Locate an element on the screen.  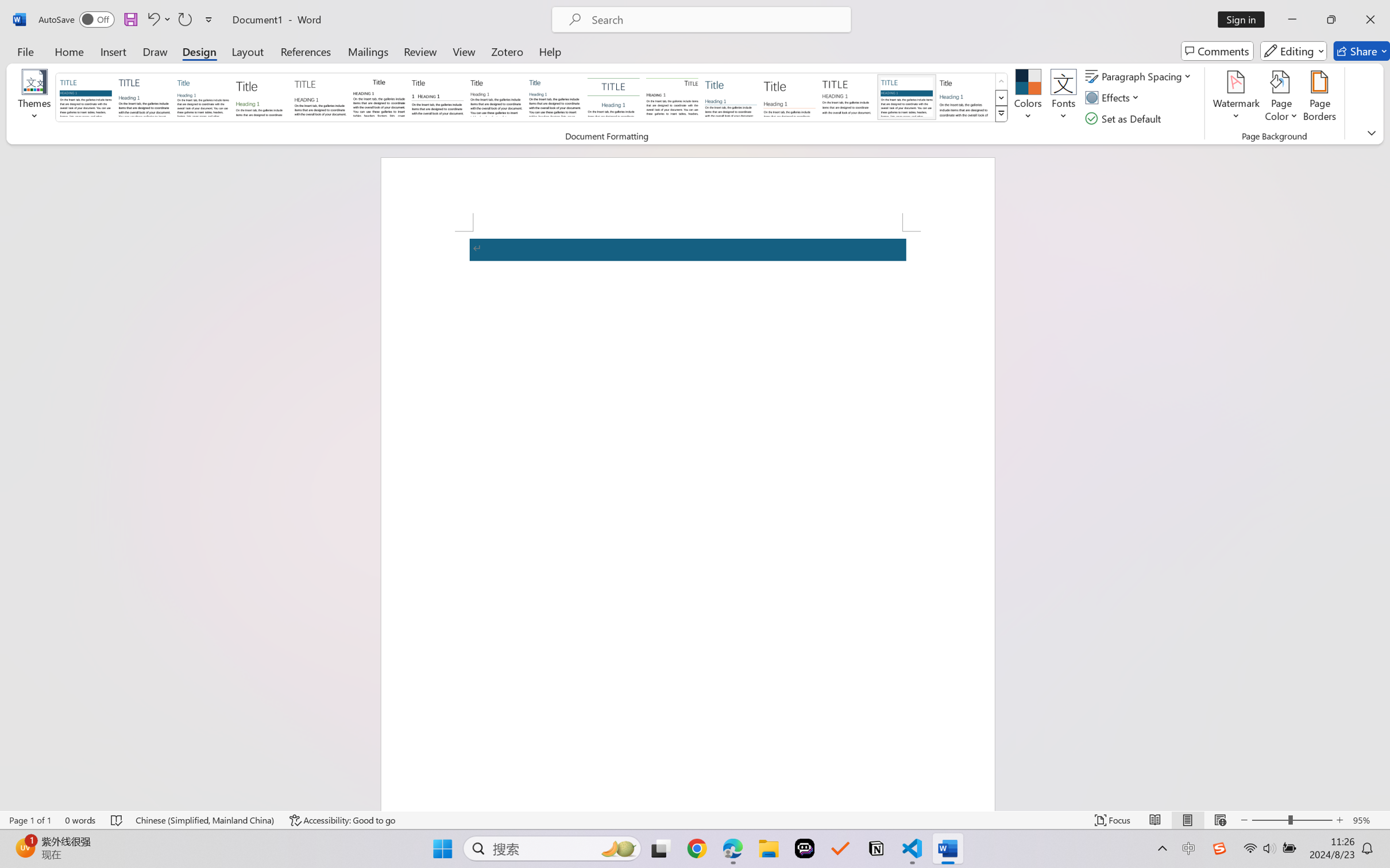
'Paragraph Spacing' is located at coordinates (1140, 75).